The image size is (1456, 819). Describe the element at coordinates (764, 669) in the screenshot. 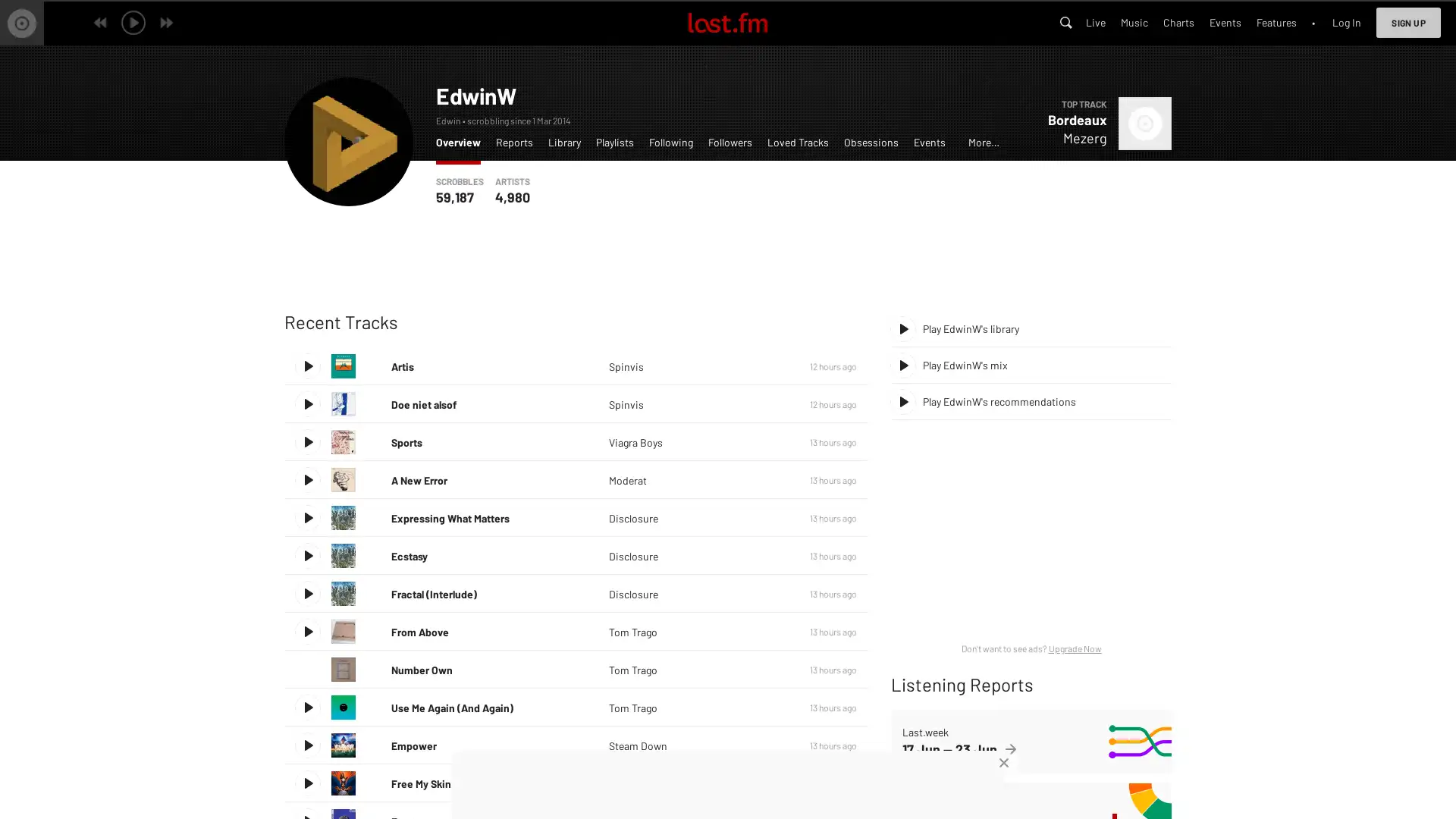

I see `Buy` at that location.